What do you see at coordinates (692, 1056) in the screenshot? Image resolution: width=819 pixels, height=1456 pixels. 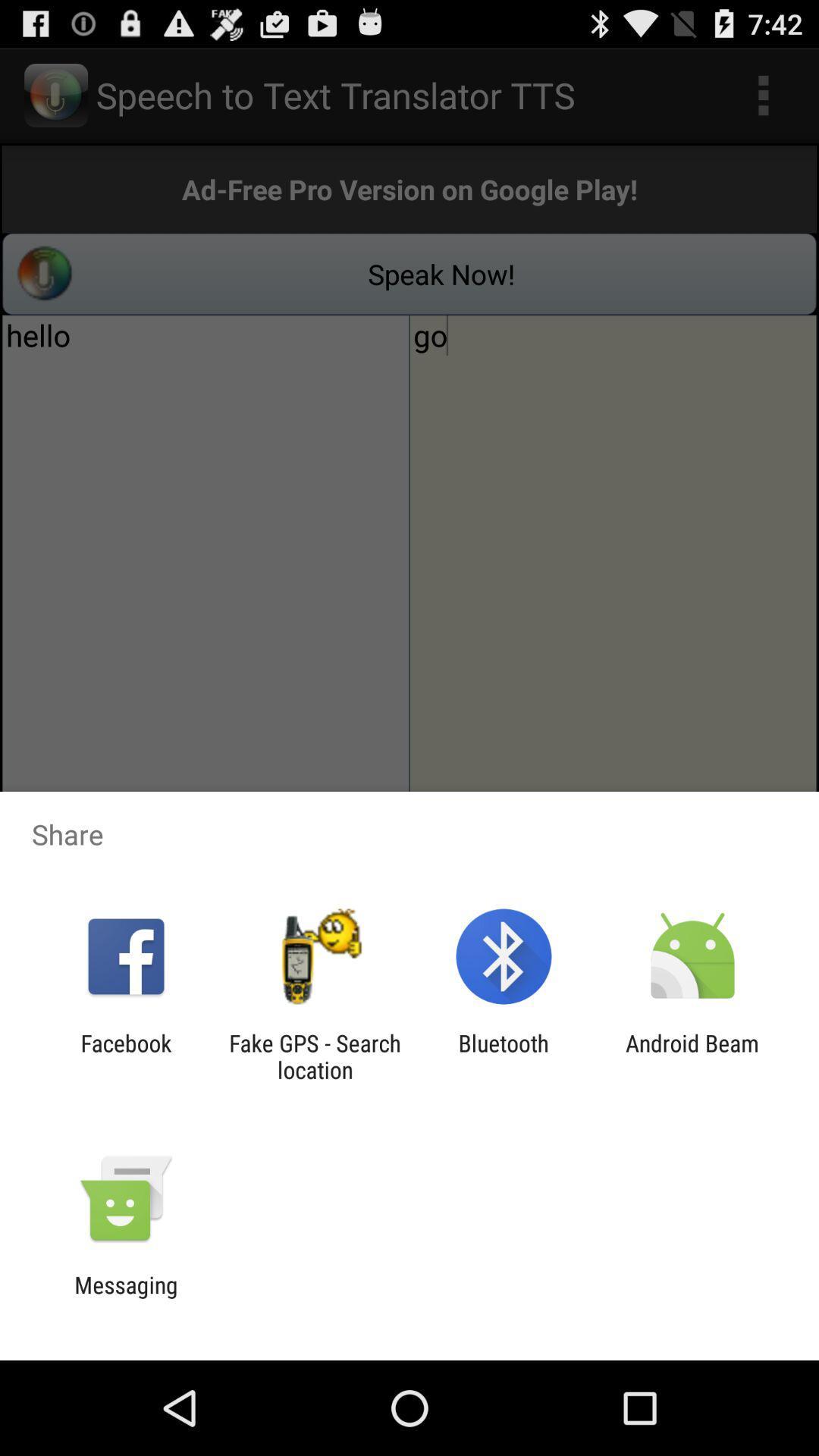 I see `item to the right of the bluetooth` at bounding box center [692, 1056].